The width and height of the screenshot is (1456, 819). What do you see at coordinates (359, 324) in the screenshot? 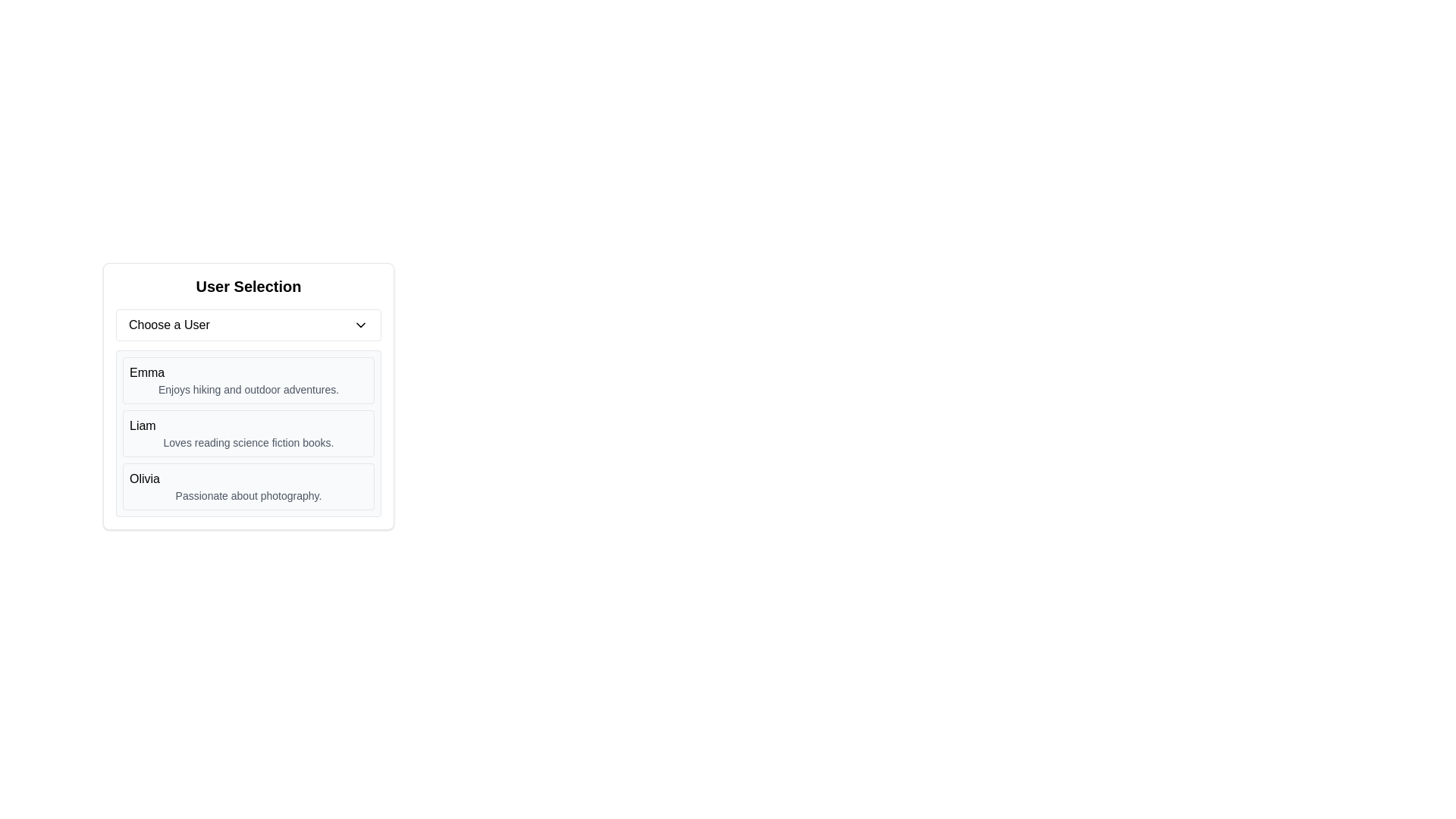
I see `the downward-facing chevron icon located on the far-right side of the 'Choose a User' button` at bounding box center [359, 324].